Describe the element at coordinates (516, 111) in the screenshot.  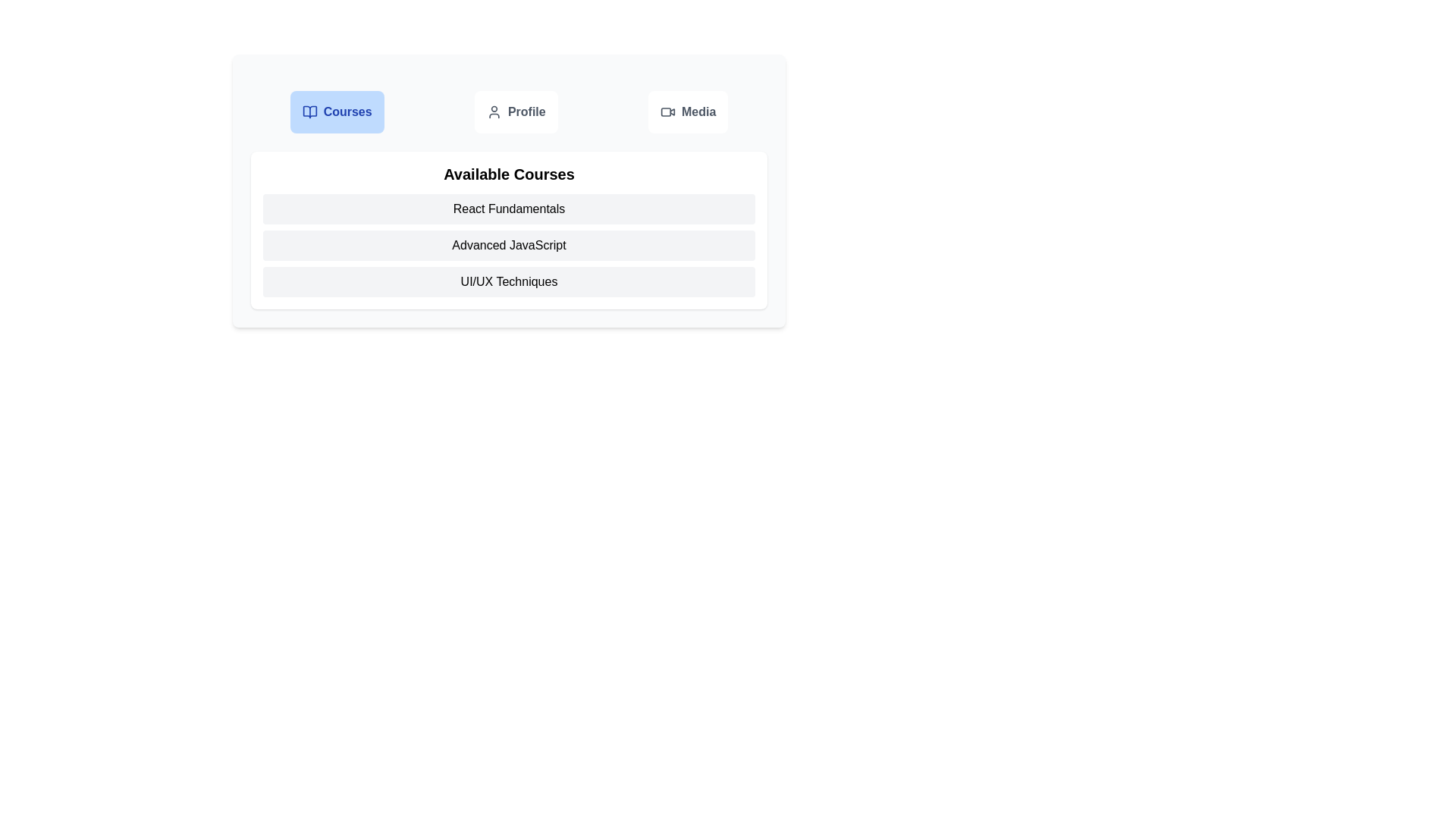
I see `the 'Profile' button, which has an icon of a person and is centrally located between the 'Courses' and 'Media' buttons in the horizontal menu` at that location.